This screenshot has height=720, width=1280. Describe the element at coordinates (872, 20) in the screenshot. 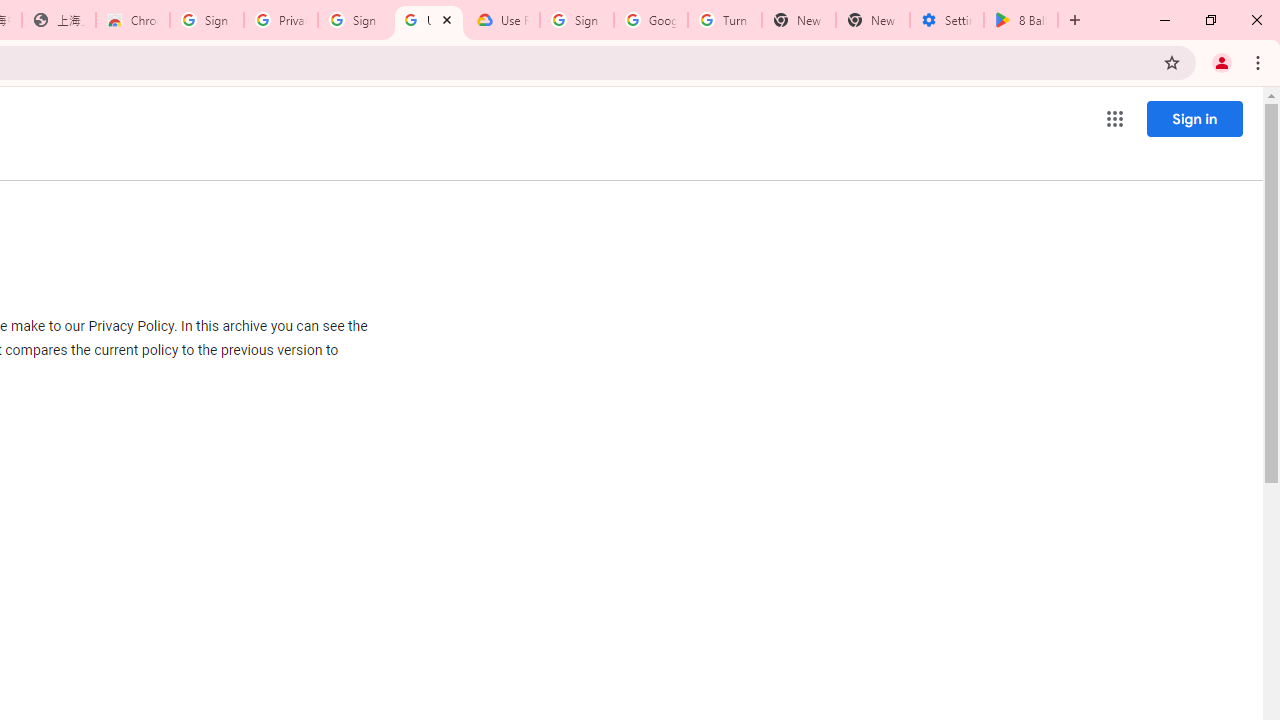

I see `'New Tab'` at that location.